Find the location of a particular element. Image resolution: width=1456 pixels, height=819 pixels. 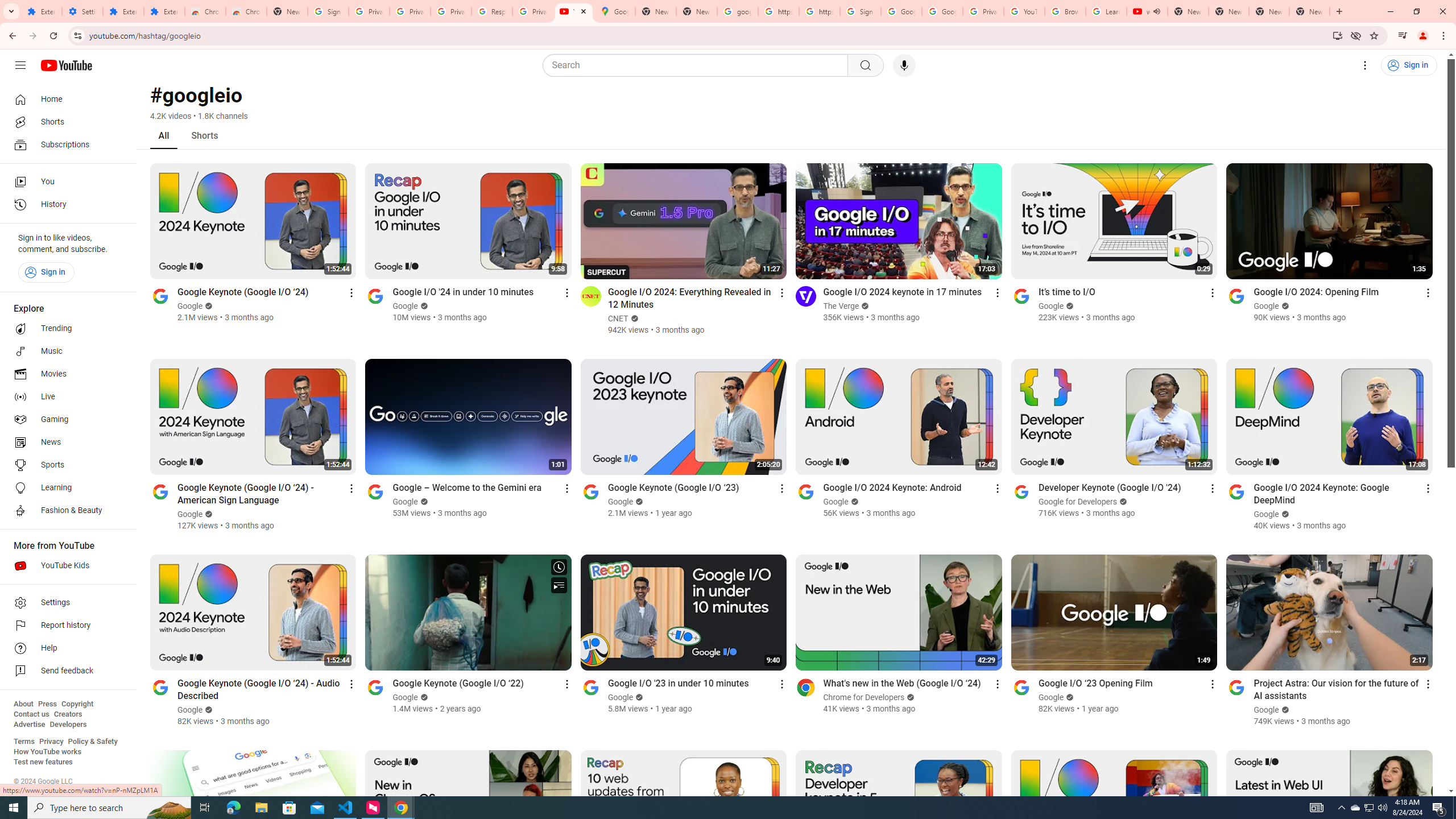

'News' is located at coordinates (64, 442).